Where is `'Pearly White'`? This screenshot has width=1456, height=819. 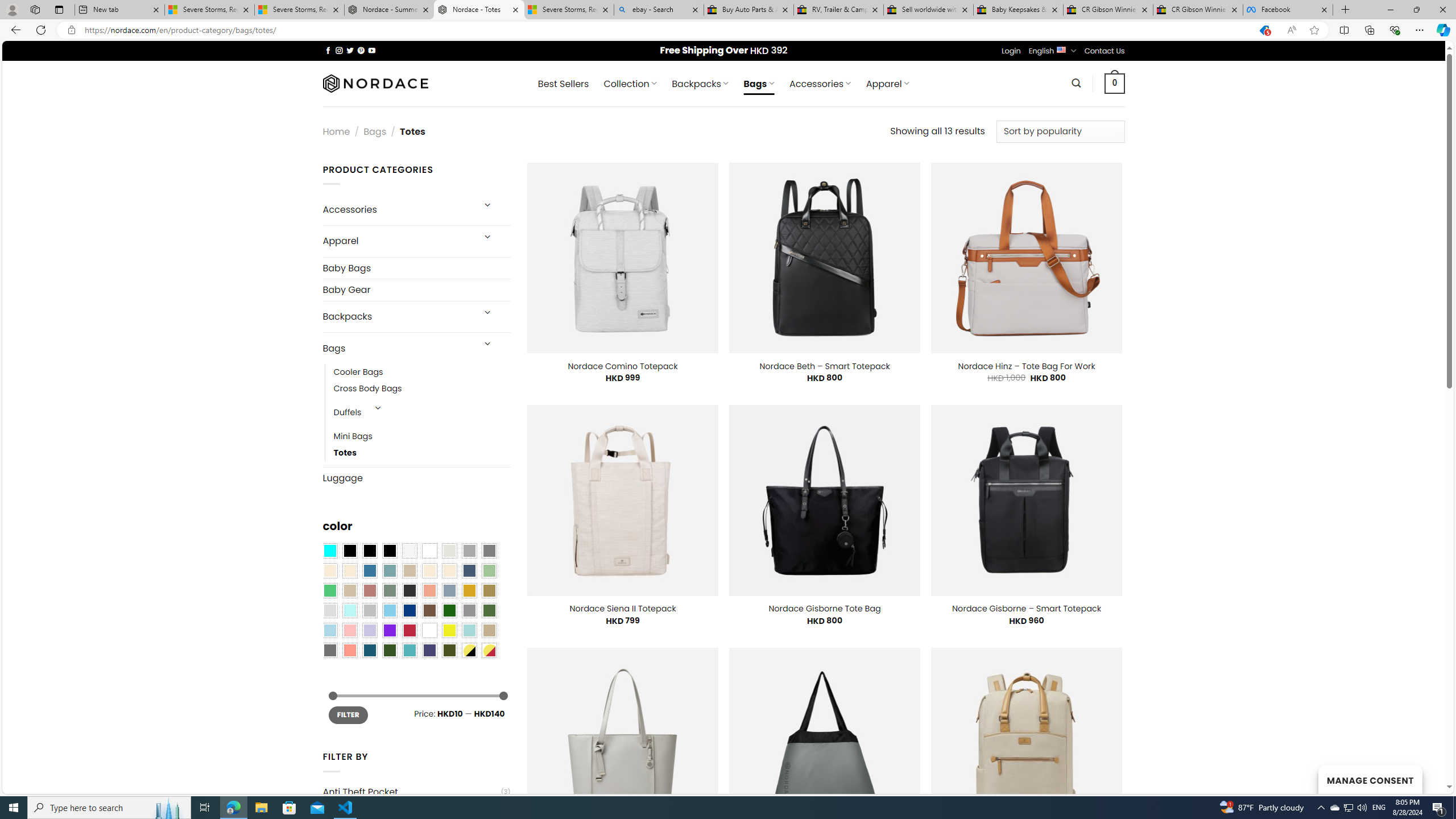
'Pearly White' is located at coordinates (408, 551).